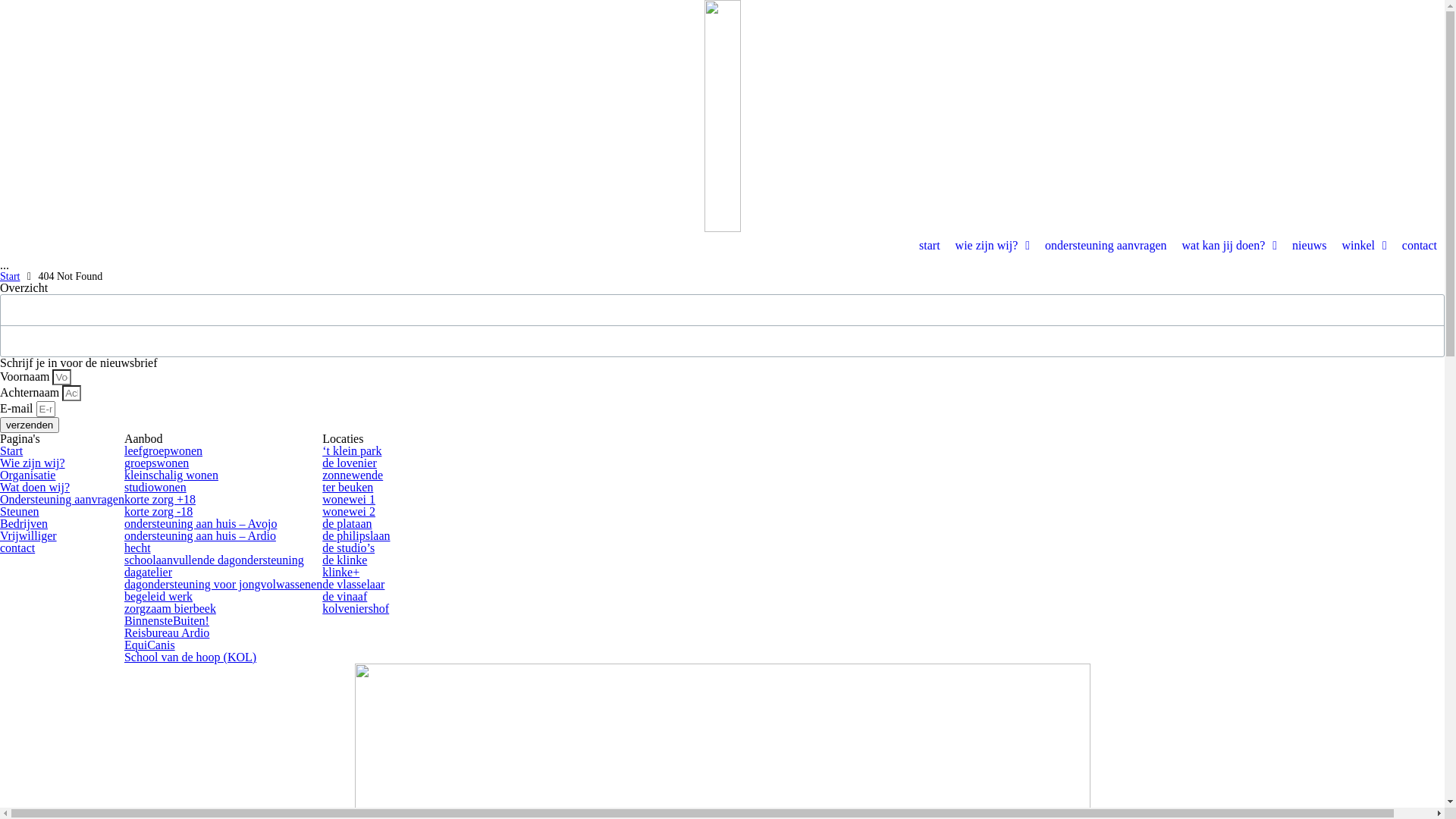 This screenshot has width=1456, height=819. Describe the element at coordinates (352, 474) in the screenshot. I see `'zonnewende'` at that location.